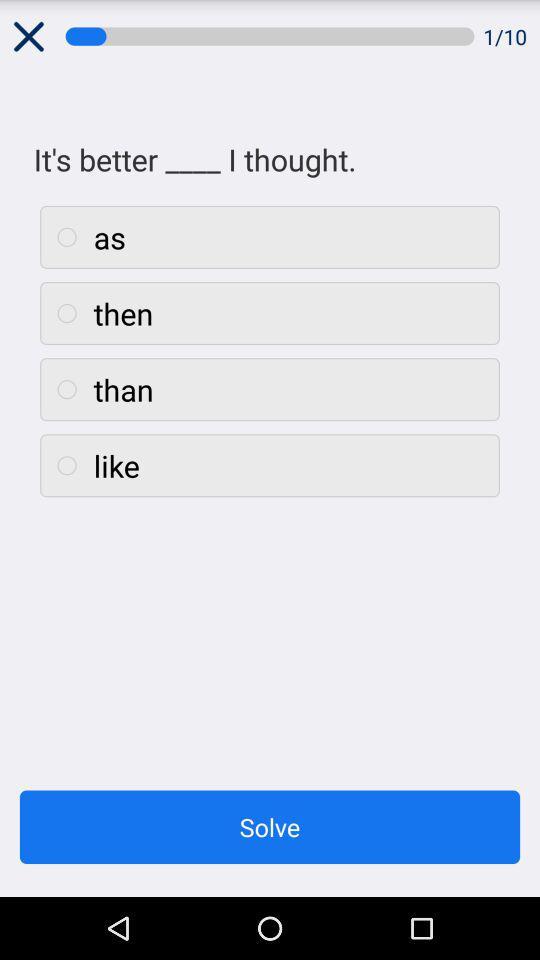 This screenshot has width=540, height=960. I want to click on the close icon, so click(27, 38).